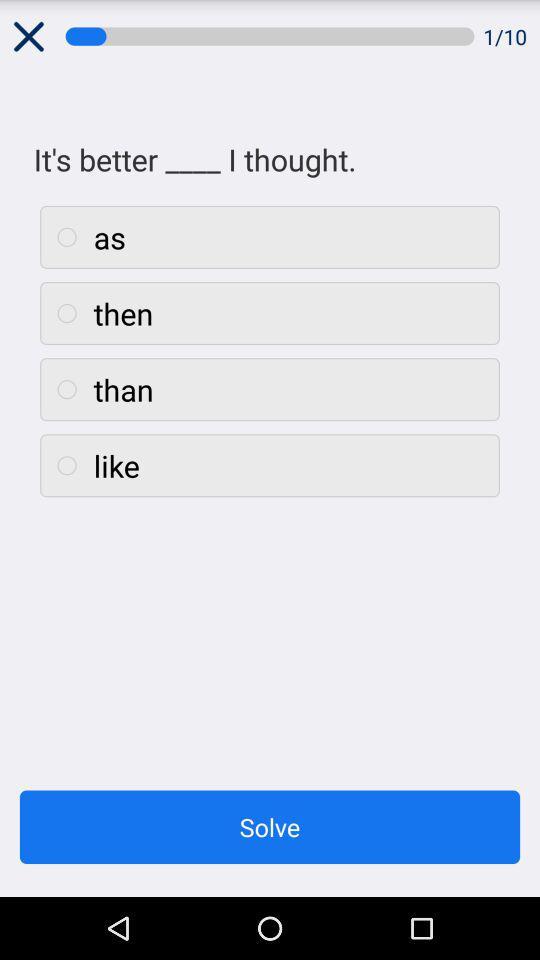 This screenshot has width=540, height=960. I want to click on the close icon, so click(27, 38).